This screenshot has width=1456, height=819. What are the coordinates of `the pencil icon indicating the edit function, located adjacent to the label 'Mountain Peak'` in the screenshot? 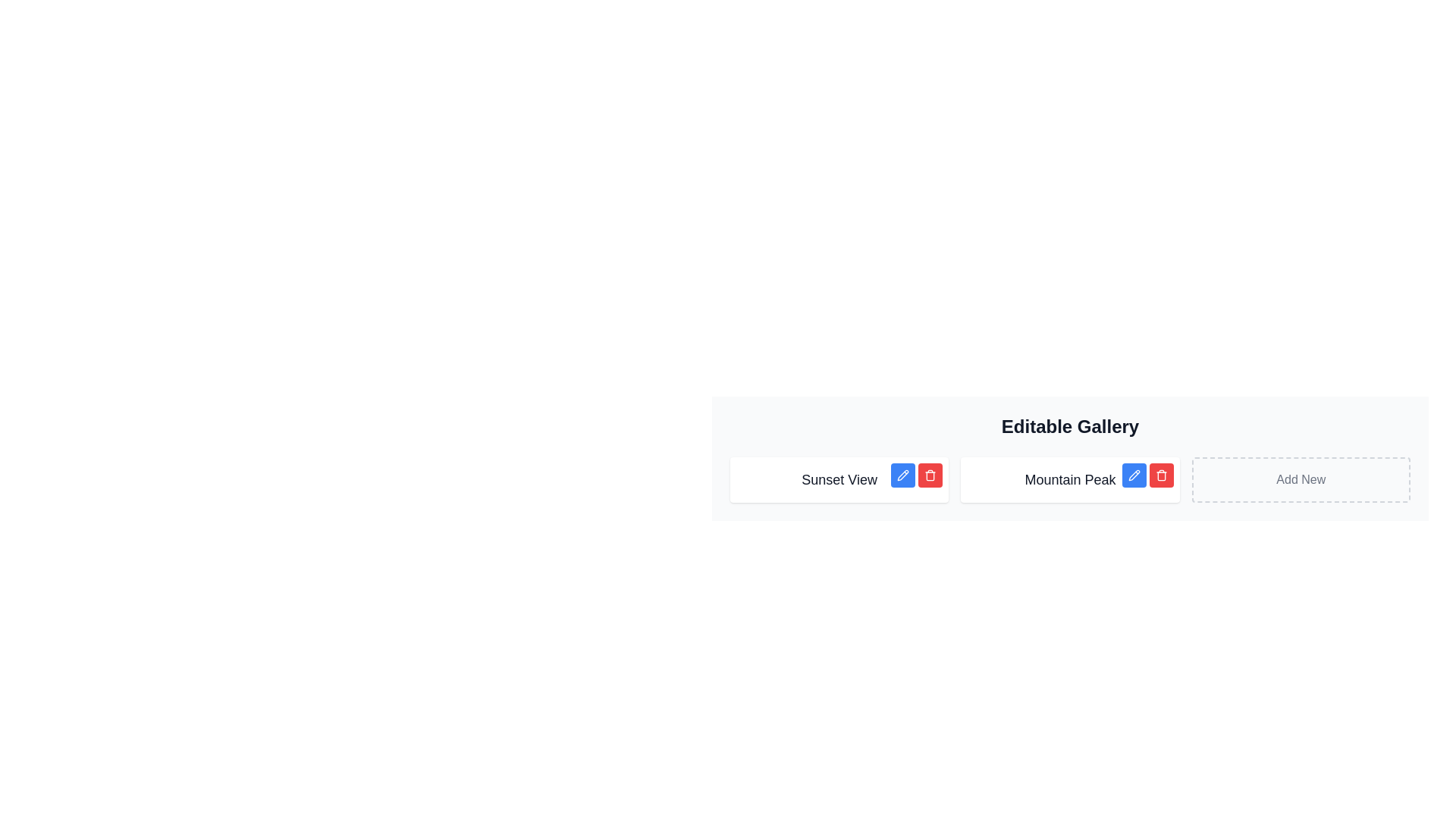 It's located at (903, 475).